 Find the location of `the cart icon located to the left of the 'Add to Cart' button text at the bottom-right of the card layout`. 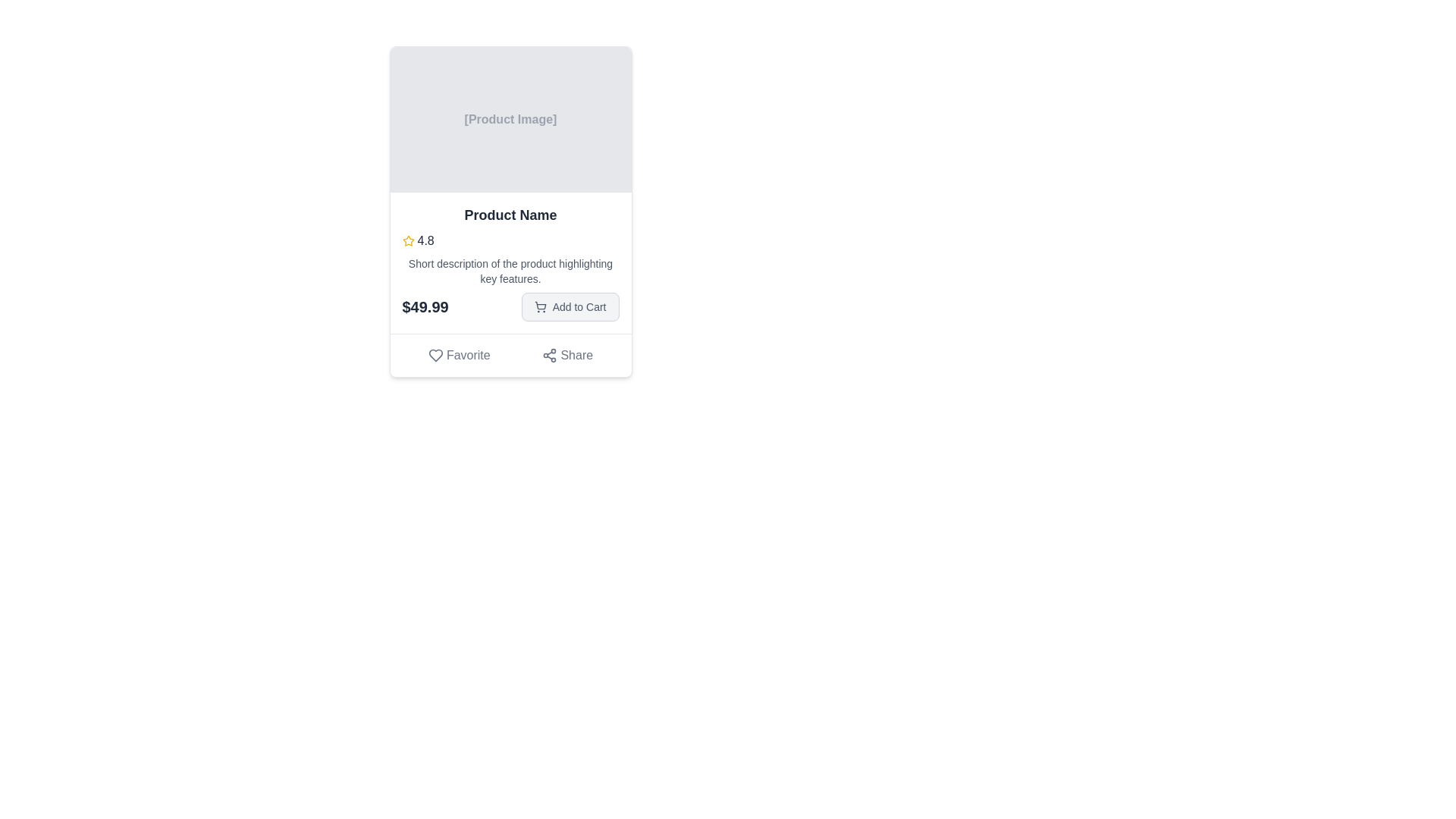

the cart icon located to the left of the 'Add to Cart' button text at the bottom-right of the card layout is located at coordinates (540, 307).